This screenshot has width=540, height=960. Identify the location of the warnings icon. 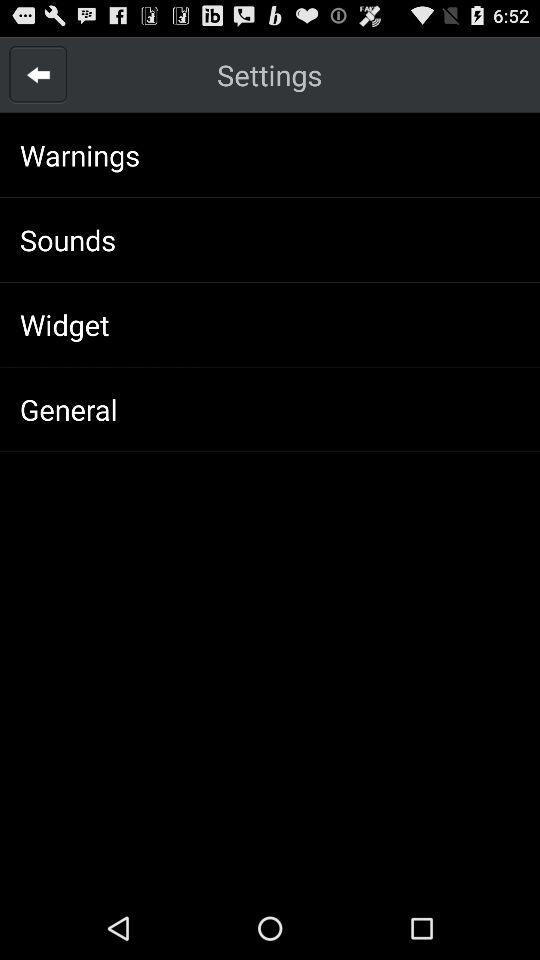
(79, 154).